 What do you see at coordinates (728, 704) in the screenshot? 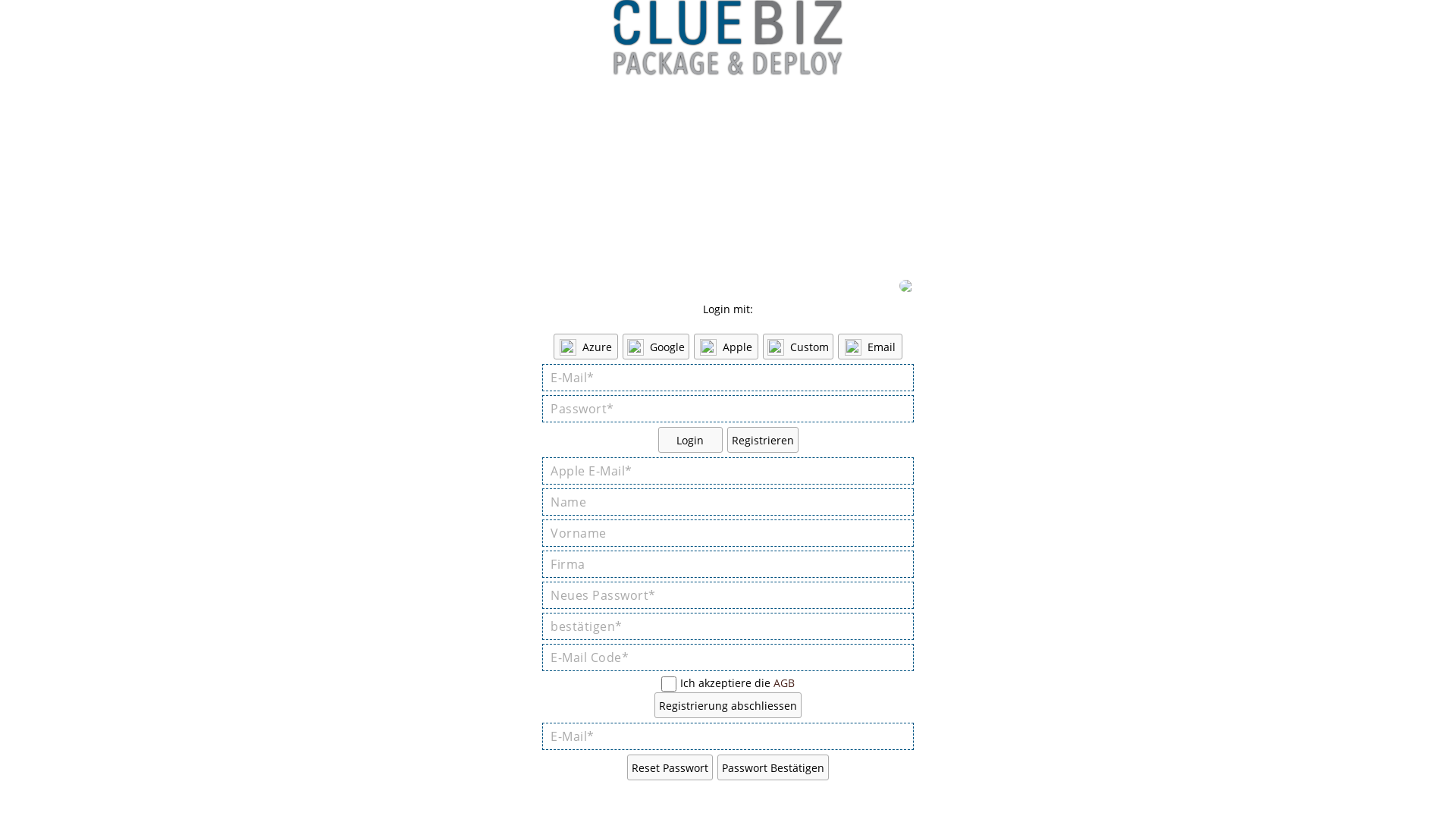
I see `'Registrierung abschliessen'` at bounding box center [728, 704].